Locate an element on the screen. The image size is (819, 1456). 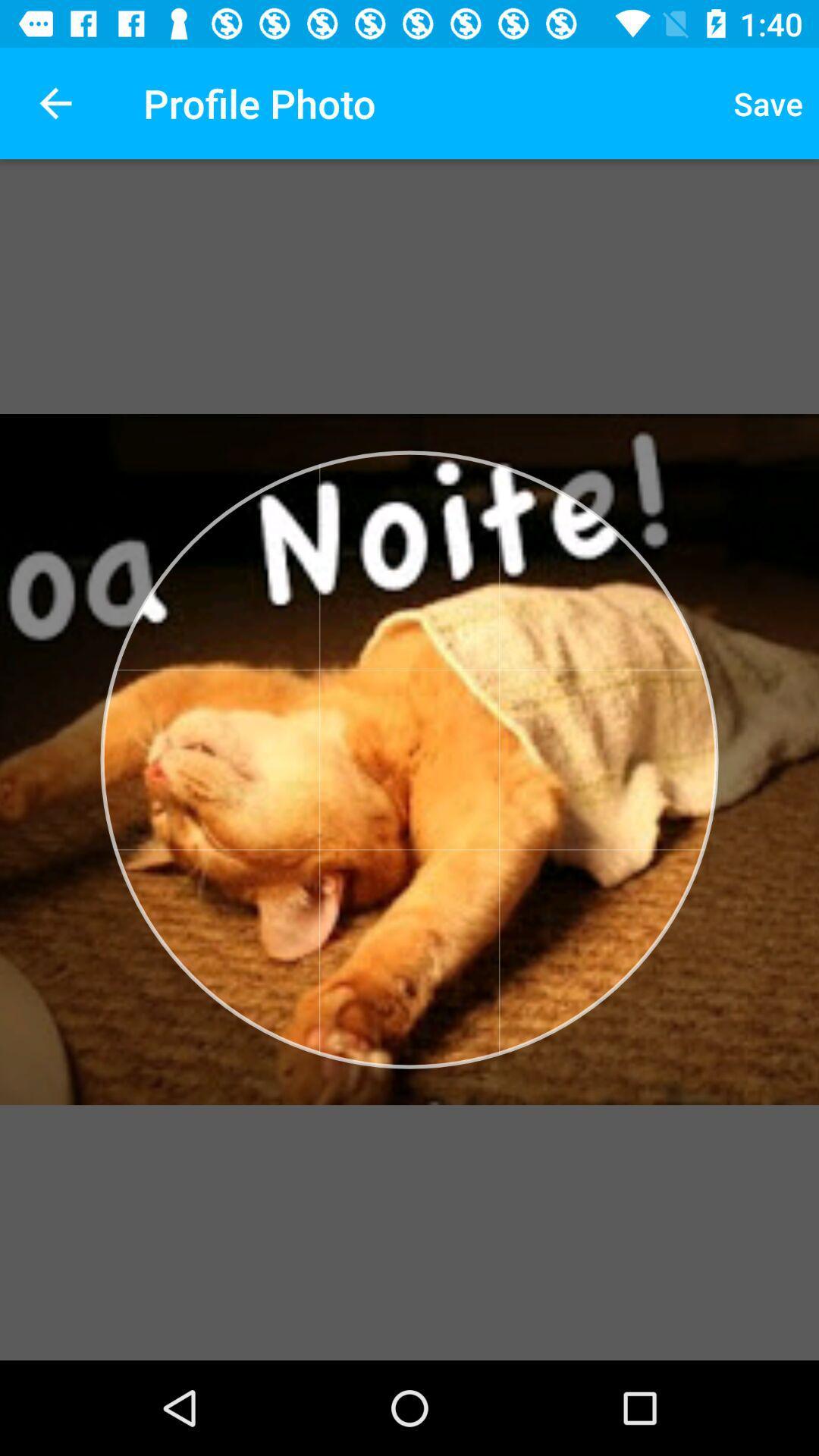
icon next to the profile photo icon is located at coordinates (55, 102).